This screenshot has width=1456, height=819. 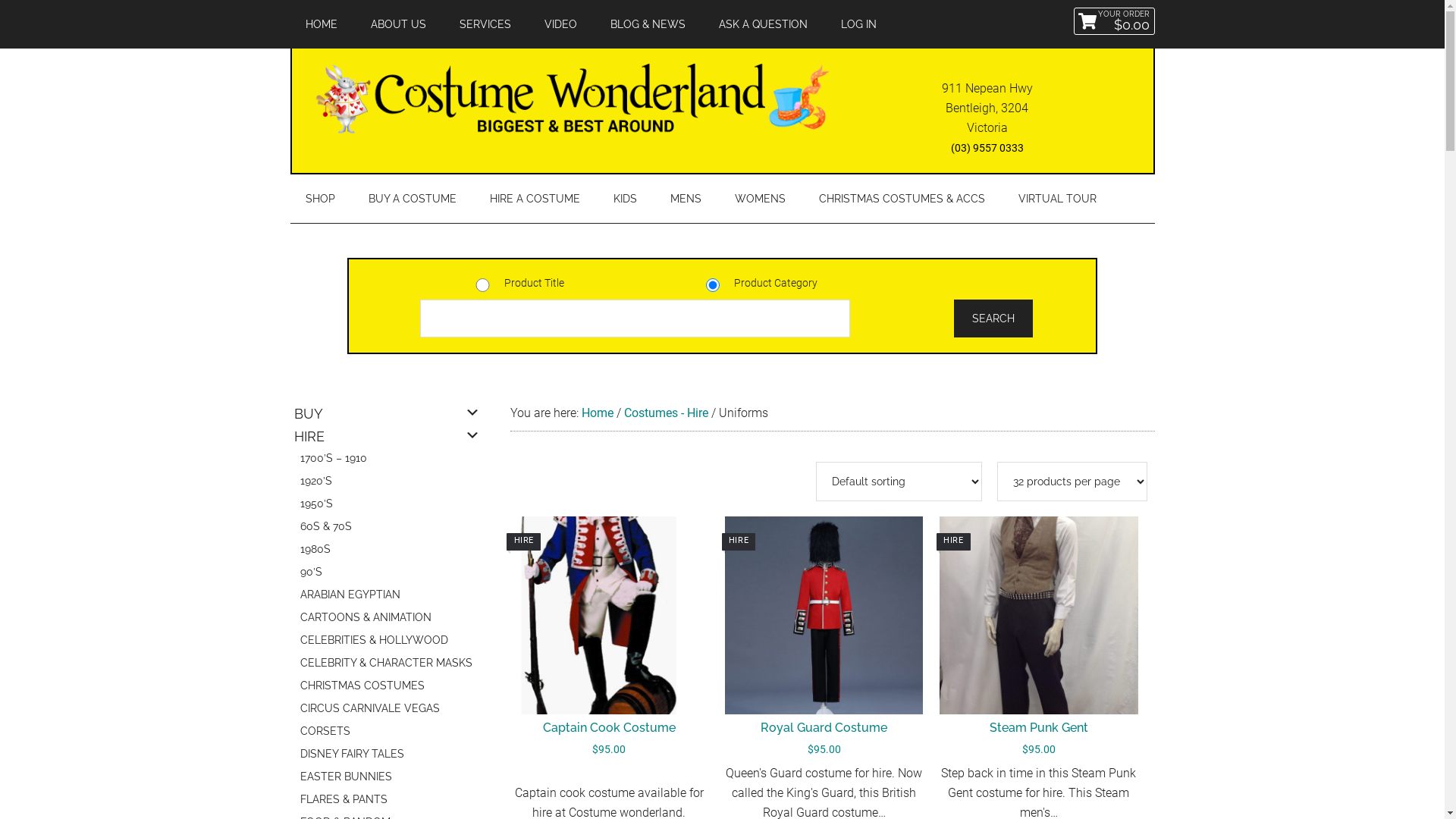 What do you see at coordinates (290, 198) in the screenshot?
I see `'SHOP'` at bounding box center [290, 198].